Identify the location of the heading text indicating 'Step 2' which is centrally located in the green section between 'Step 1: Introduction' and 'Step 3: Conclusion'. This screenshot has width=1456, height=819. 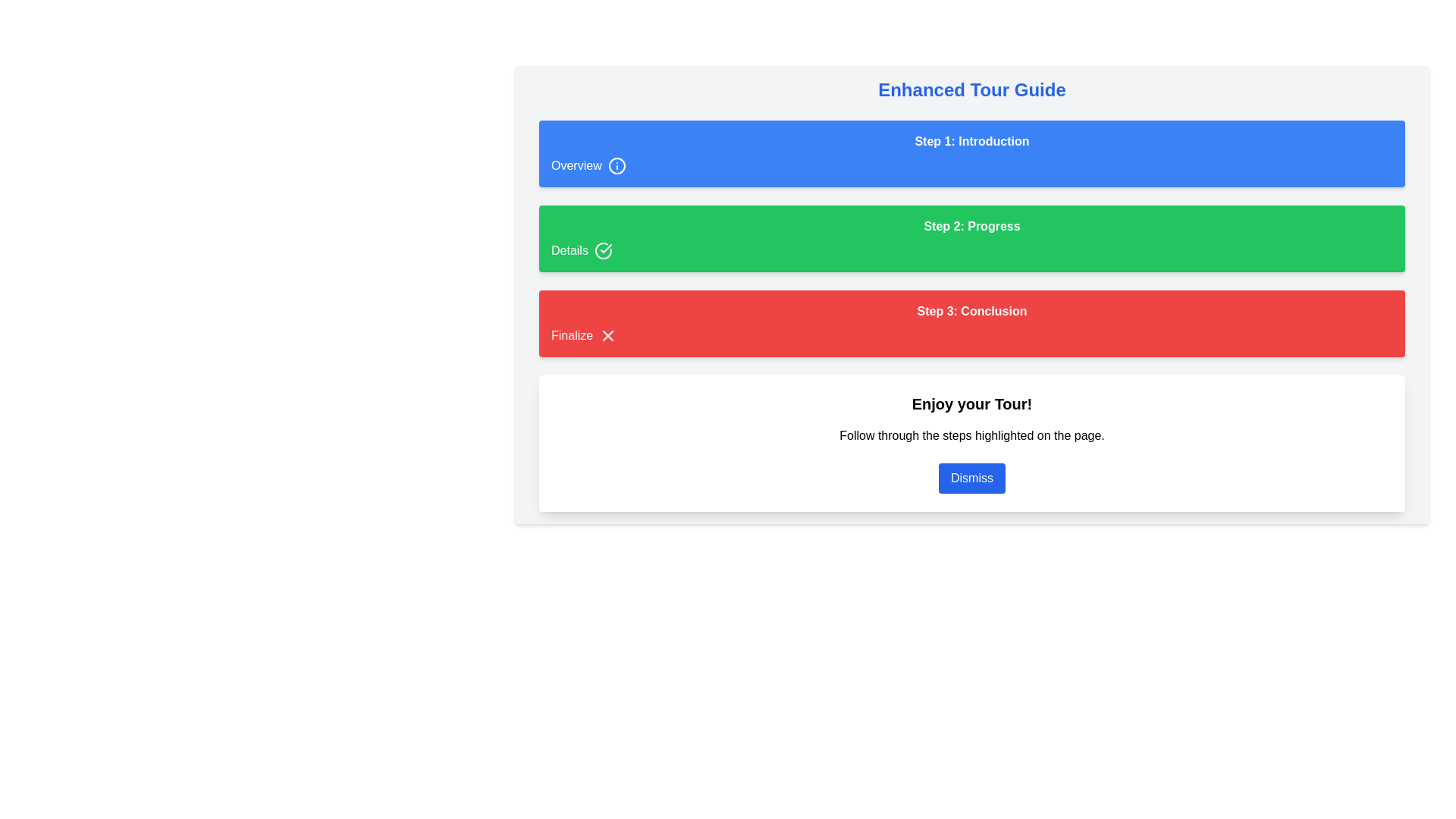
(971, 227).